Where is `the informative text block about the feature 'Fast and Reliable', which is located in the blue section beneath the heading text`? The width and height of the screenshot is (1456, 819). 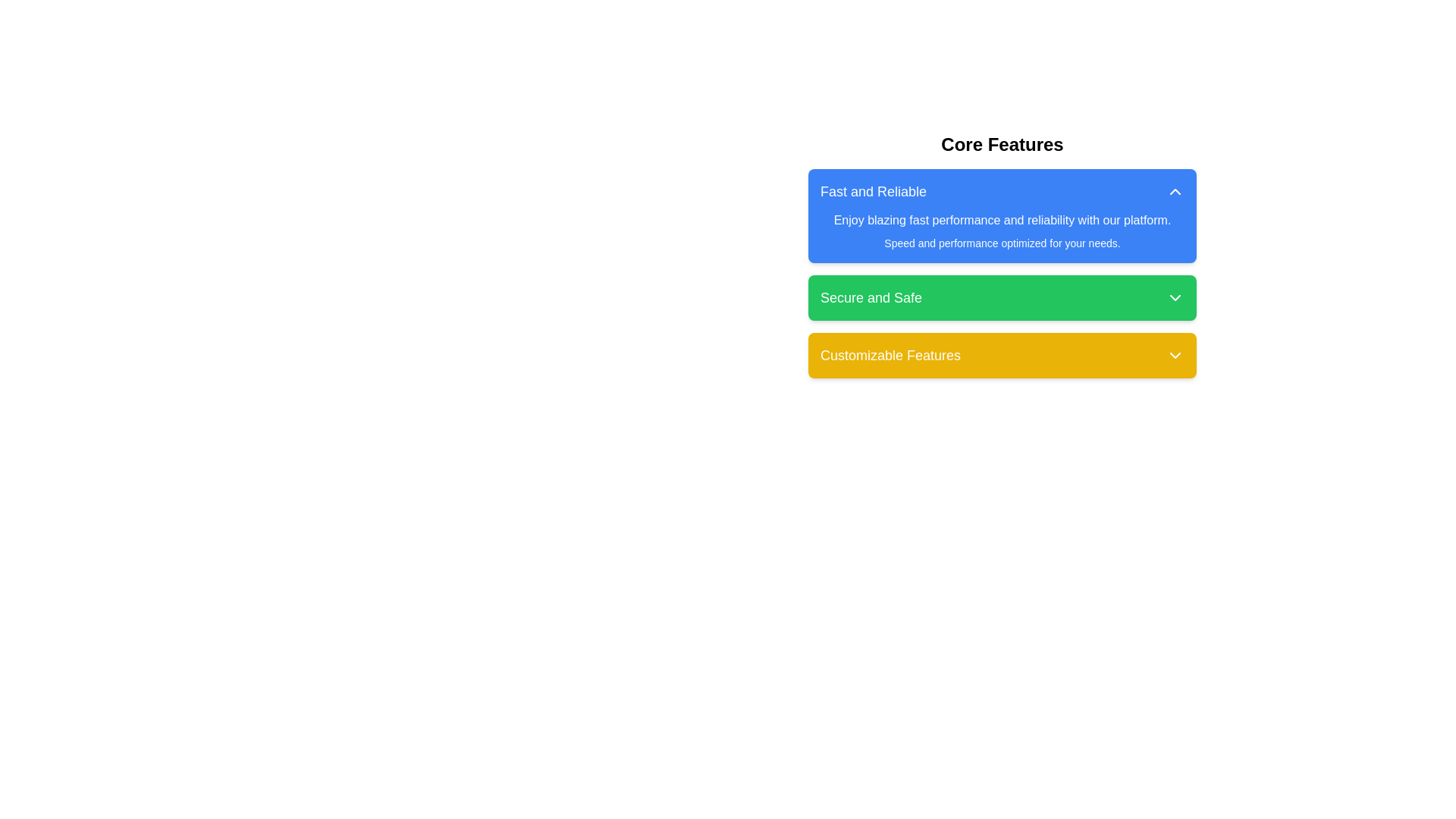
the informative text block about the feature 'Fast and Reliable', which is located in the blue section beneath the heading text is located at coordinates (1002, 231).